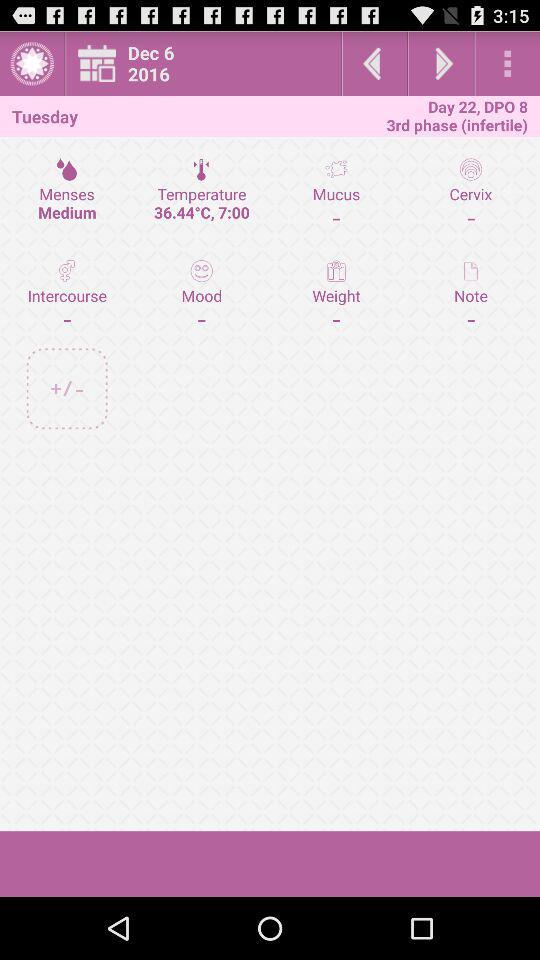  I want to click on previous page, so click(374, 63).